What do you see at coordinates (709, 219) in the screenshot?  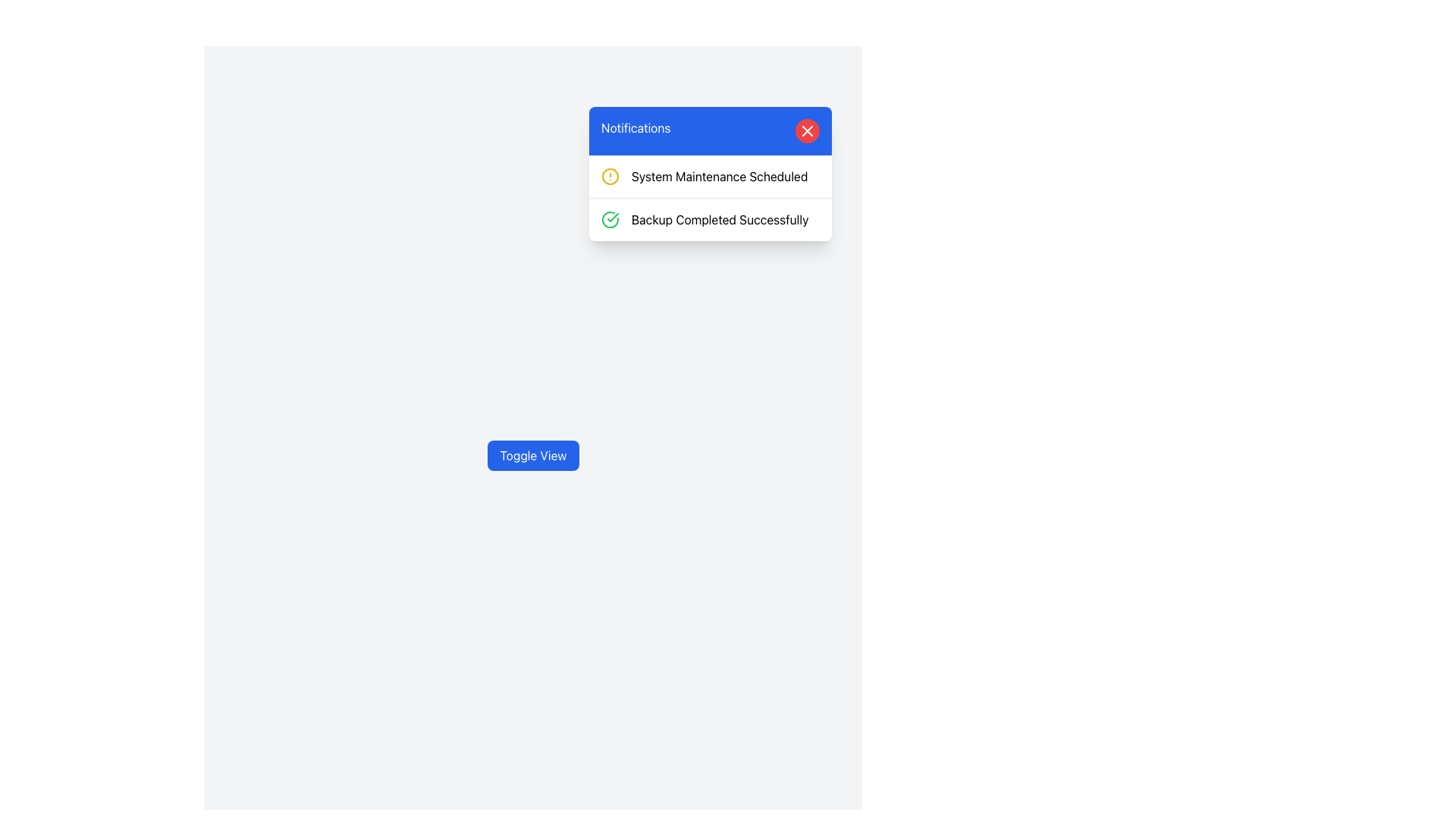 I see `text of the second notification item in the Notifications list, which informs about the successful completion of a backup operation` at bounding box center [709, 219].